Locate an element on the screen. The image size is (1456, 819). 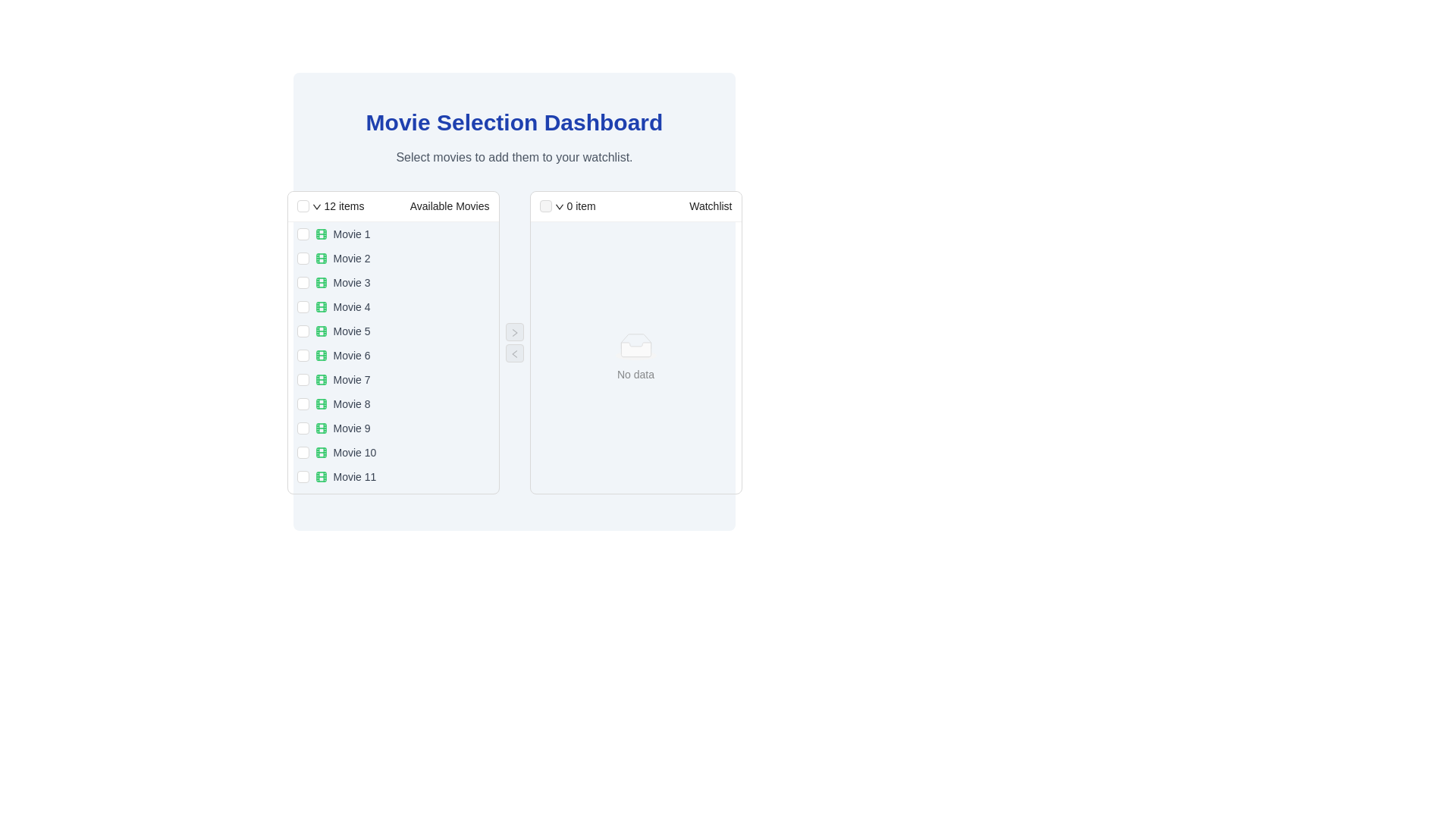
the text label indicating 'Movie 5', which is the fifth item in the 'Available Movies' column, located between 'Movie 4' and 'Movie 6' is located at coordinates (351, 330).